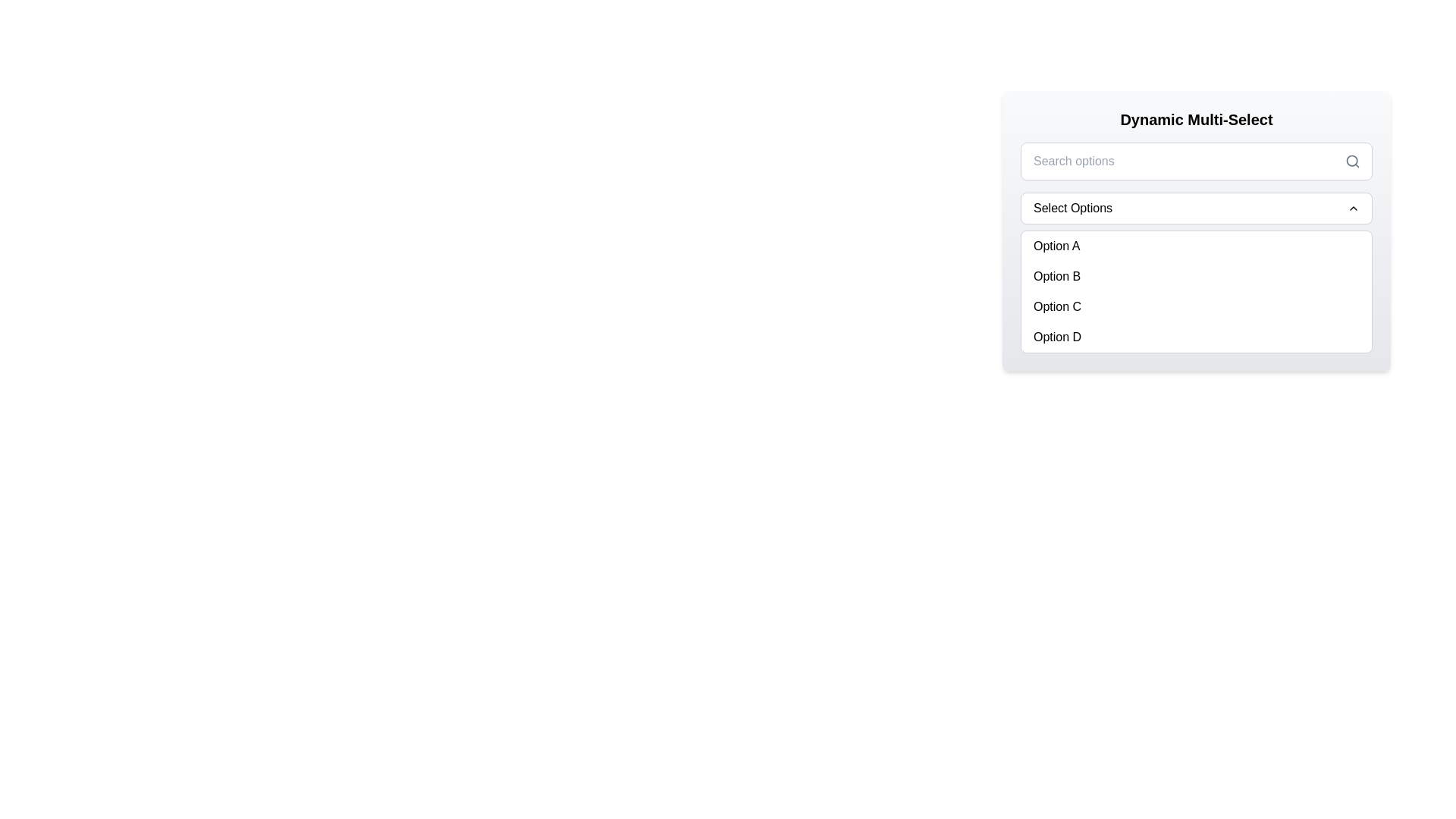 Image resolution: width=1456 pixels, height=819 pixels. What do you see at coordinates (1056, 245) in the screenshot?
I see `the text label displaying 'Option A', which is the first selectable option in a dropdown list` at bounding box center [1056, 245].